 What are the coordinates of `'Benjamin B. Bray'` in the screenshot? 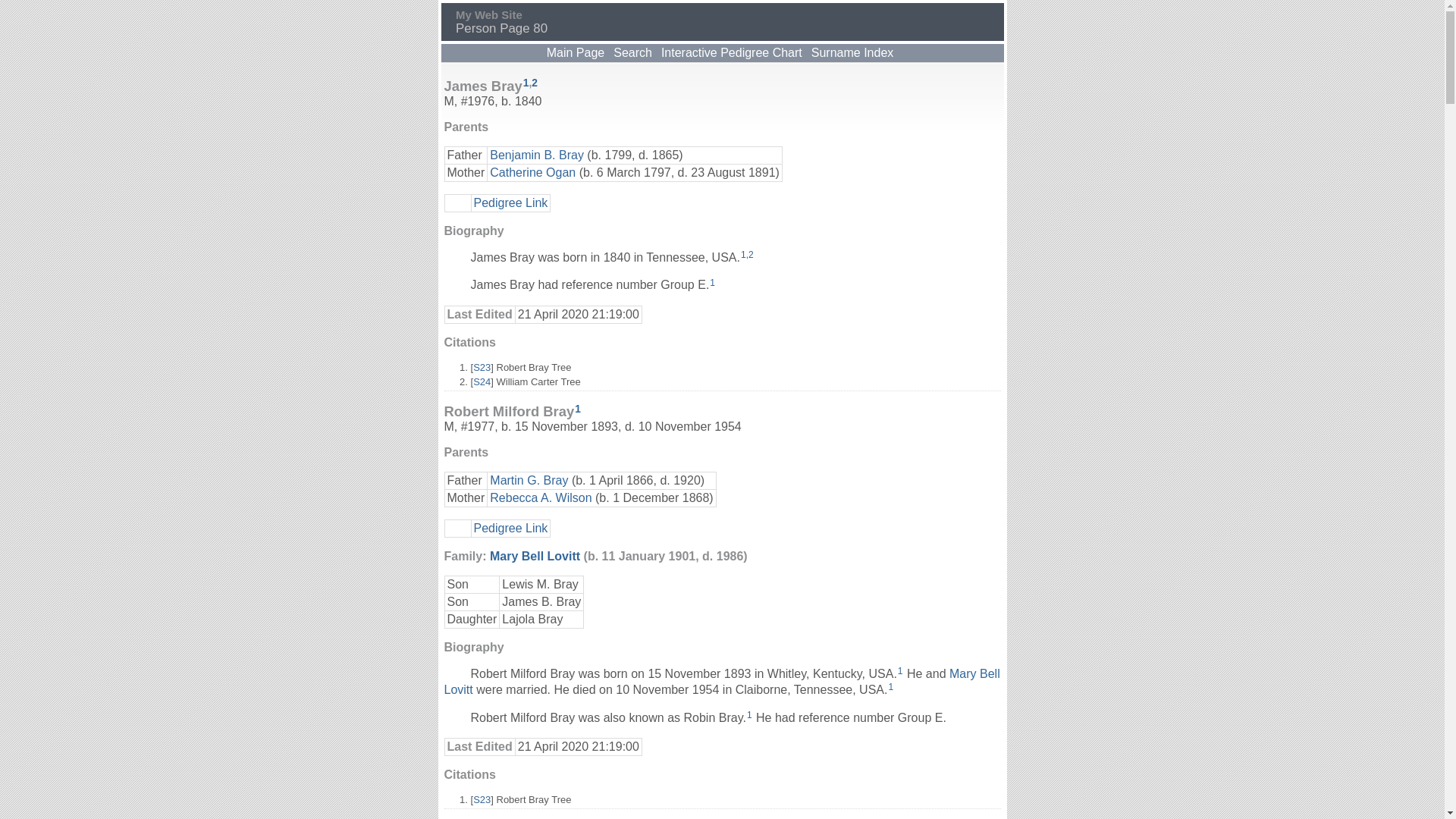 It's located at (537, 155).